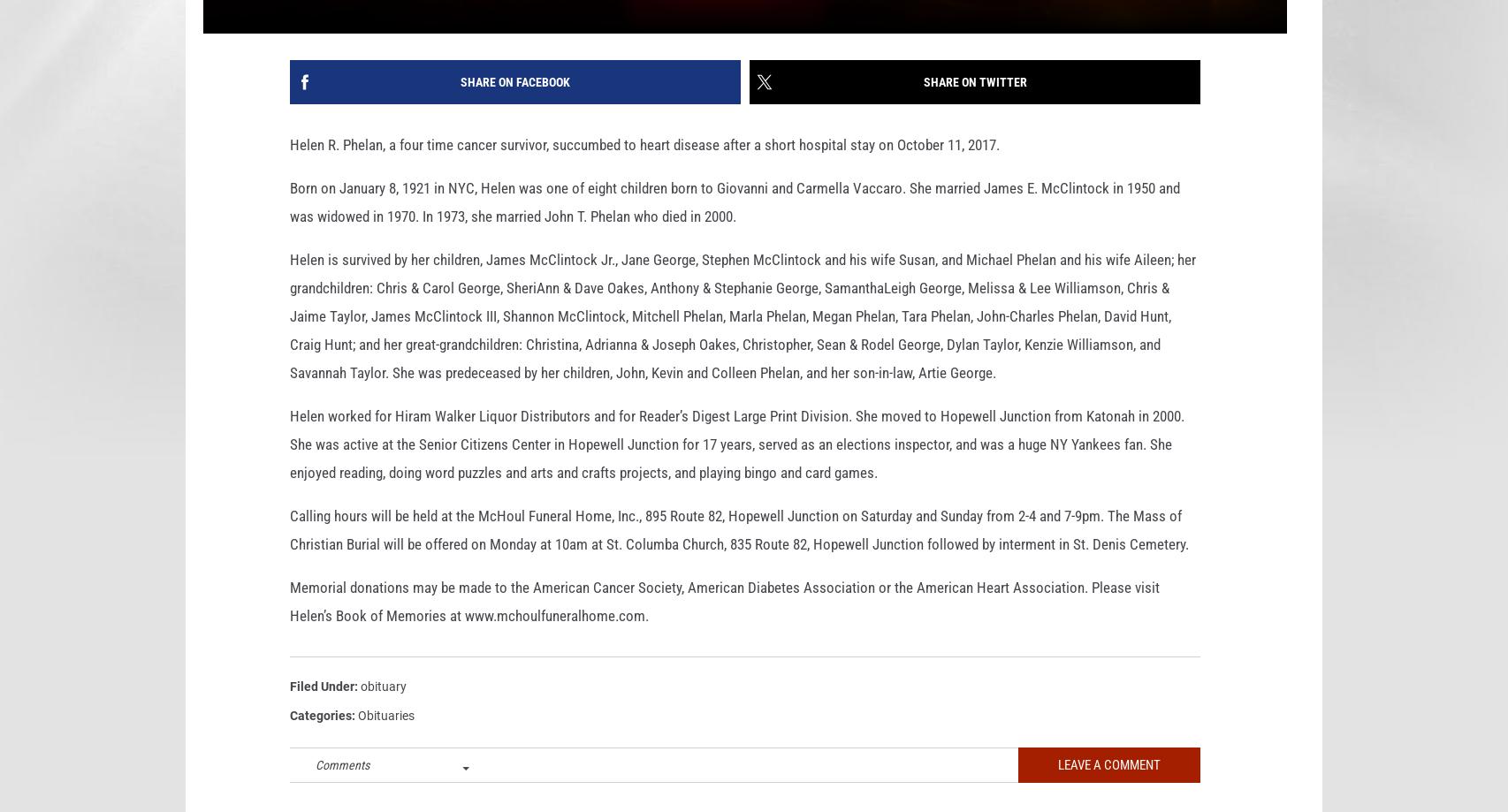  What do you see at coordinates (1108, 792) in the screenshot?
I see `'Leave A Comment'` at bounding box center [1108, 792].